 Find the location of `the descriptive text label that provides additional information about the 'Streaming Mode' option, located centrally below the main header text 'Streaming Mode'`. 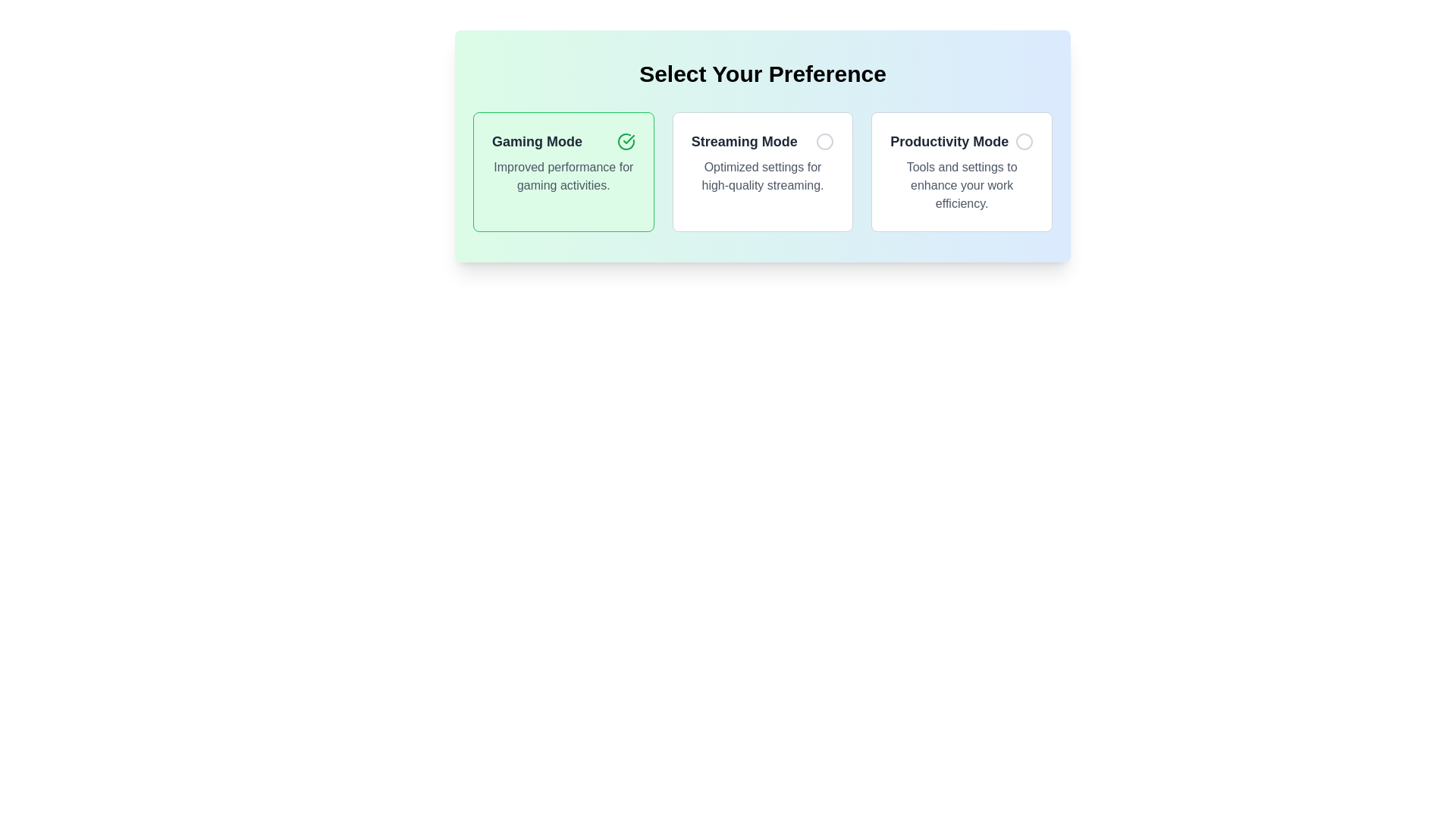

the descriptive text label that provides additional information about the 'Streaming Mode' option, located centrally below the main header text 'Streaming Mode' is located at coordinates (763, 175).